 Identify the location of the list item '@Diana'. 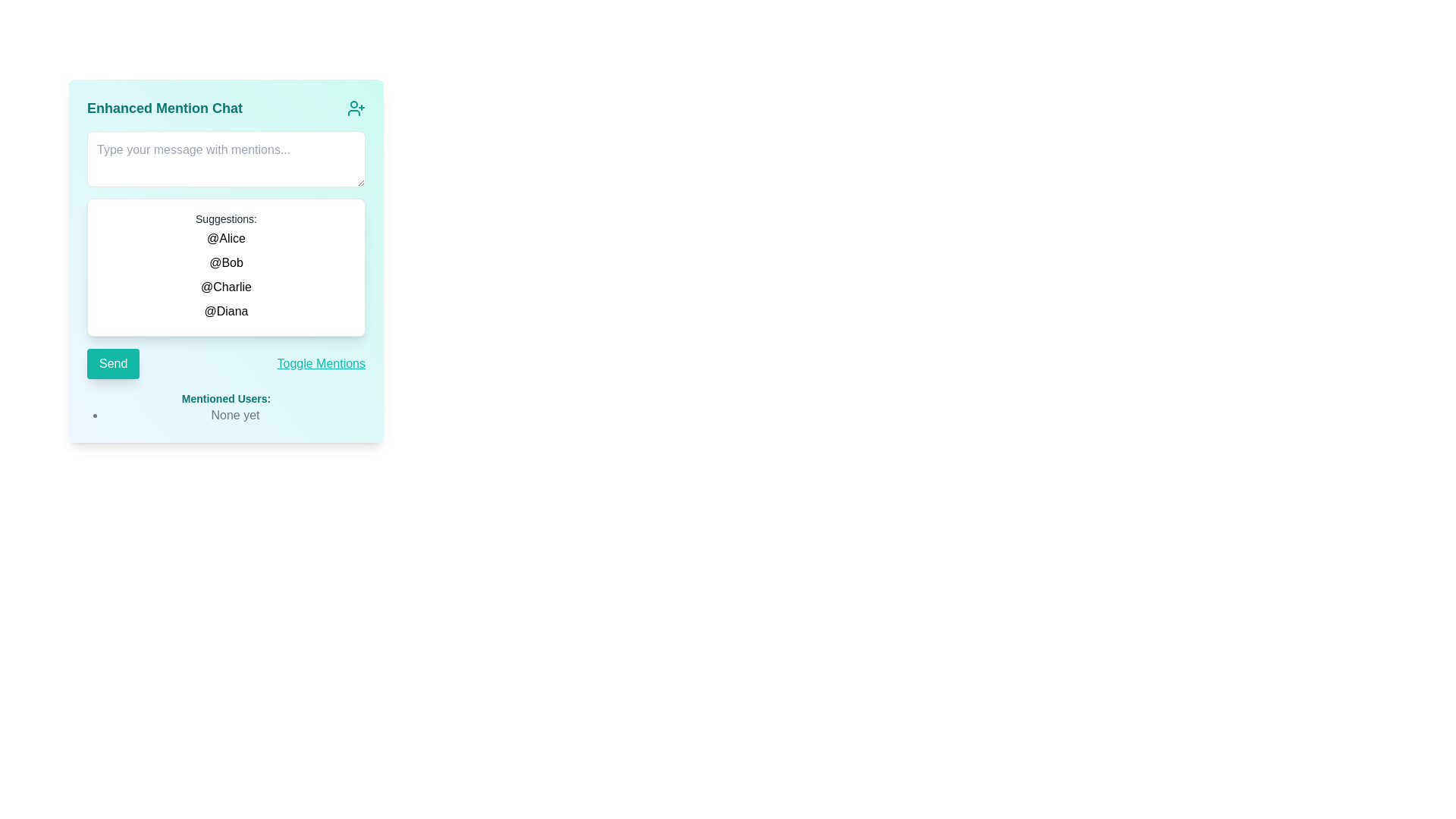
(225, 311).